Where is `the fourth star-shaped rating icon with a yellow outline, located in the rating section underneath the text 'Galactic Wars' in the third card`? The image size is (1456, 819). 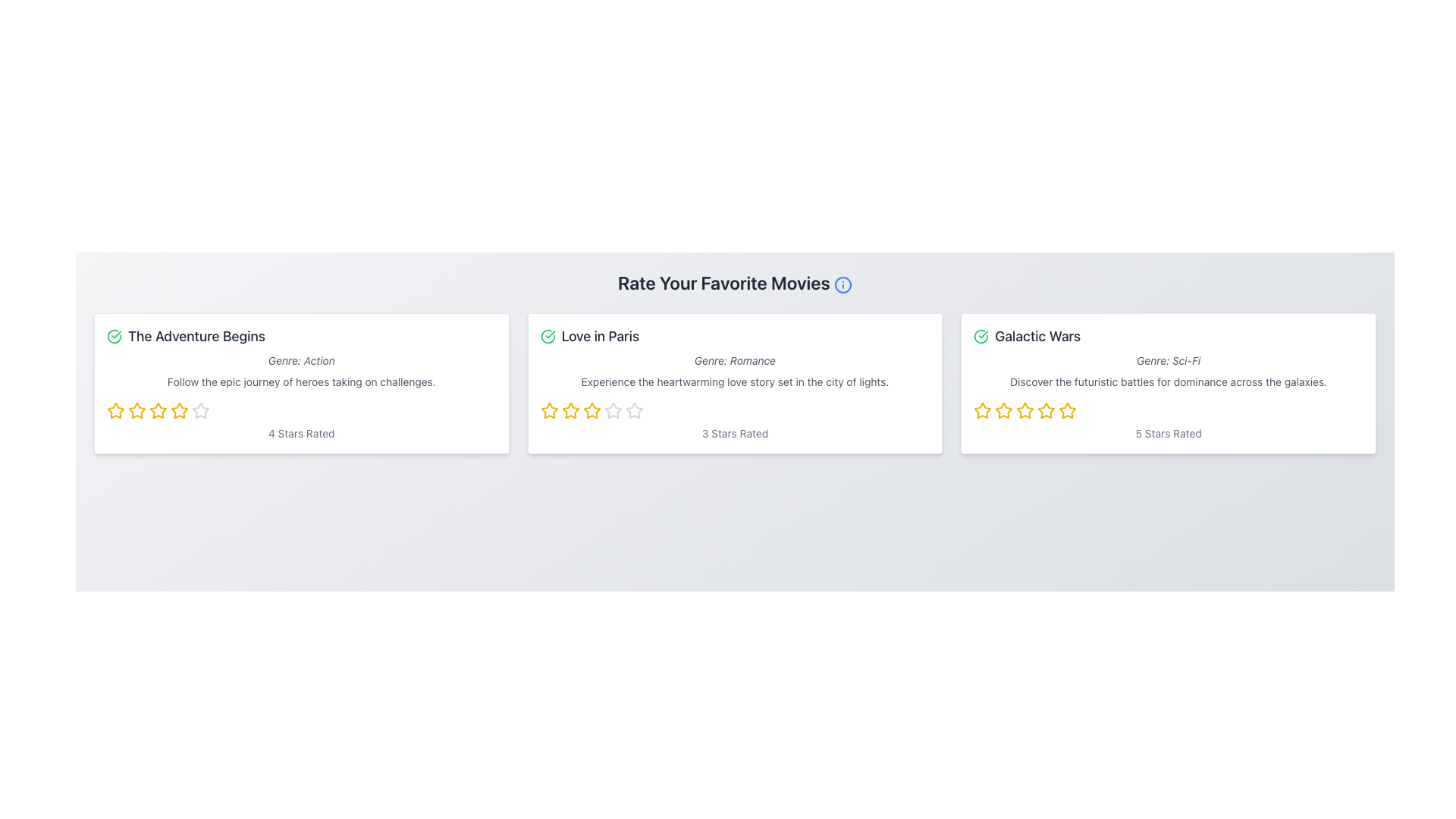 the fourth star-shaped rating icon with a yellow outline, located in the rating section underneath the text 'Galactic Wars' in the third card is located at coordinates (1025, 411).